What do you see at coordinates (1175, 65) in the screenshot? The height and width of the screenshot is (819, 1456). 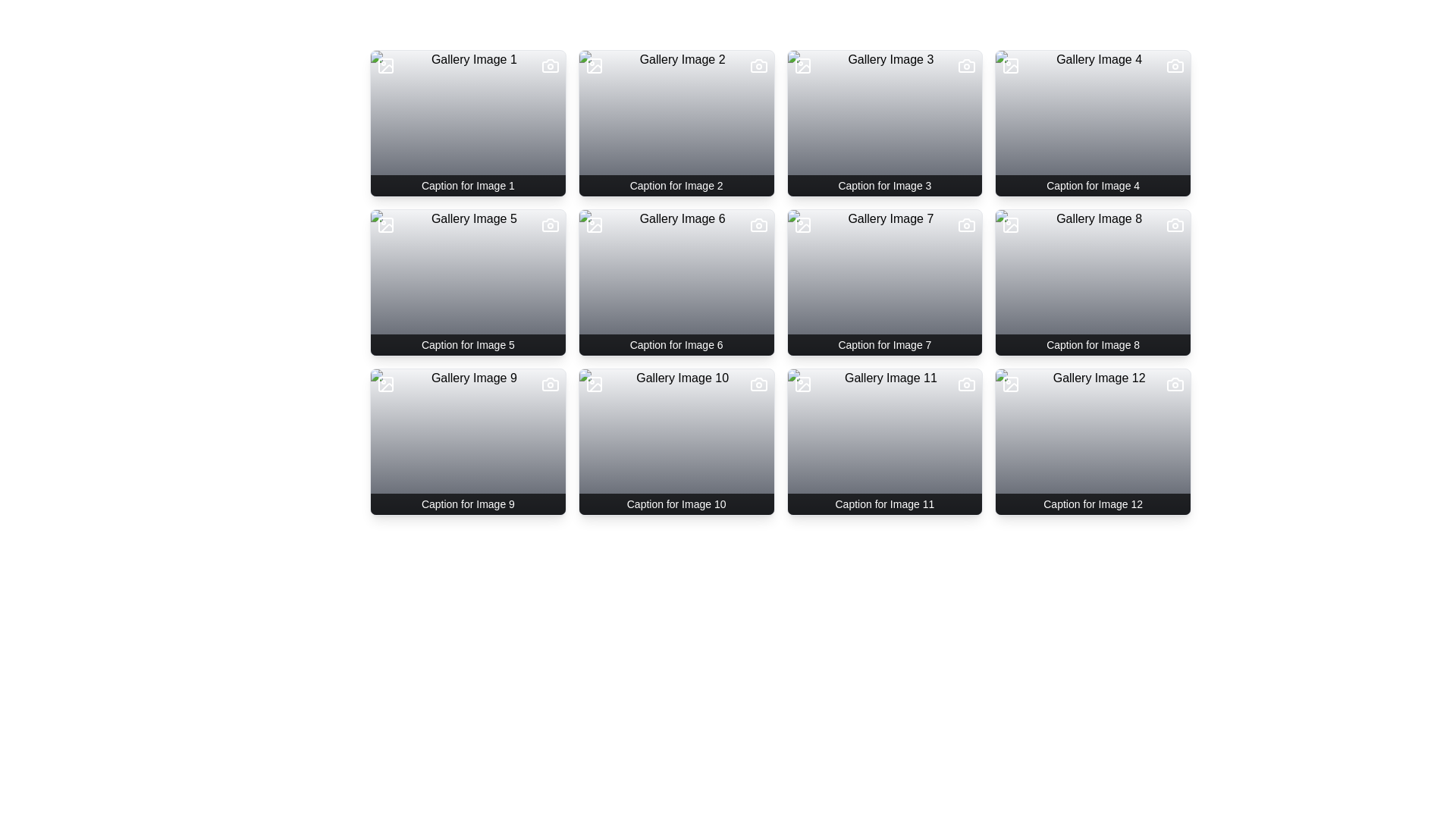 I see `the camera icon in the top-right corner of the 'Gallery Image 4' card` at bounding box center [1175, 65].